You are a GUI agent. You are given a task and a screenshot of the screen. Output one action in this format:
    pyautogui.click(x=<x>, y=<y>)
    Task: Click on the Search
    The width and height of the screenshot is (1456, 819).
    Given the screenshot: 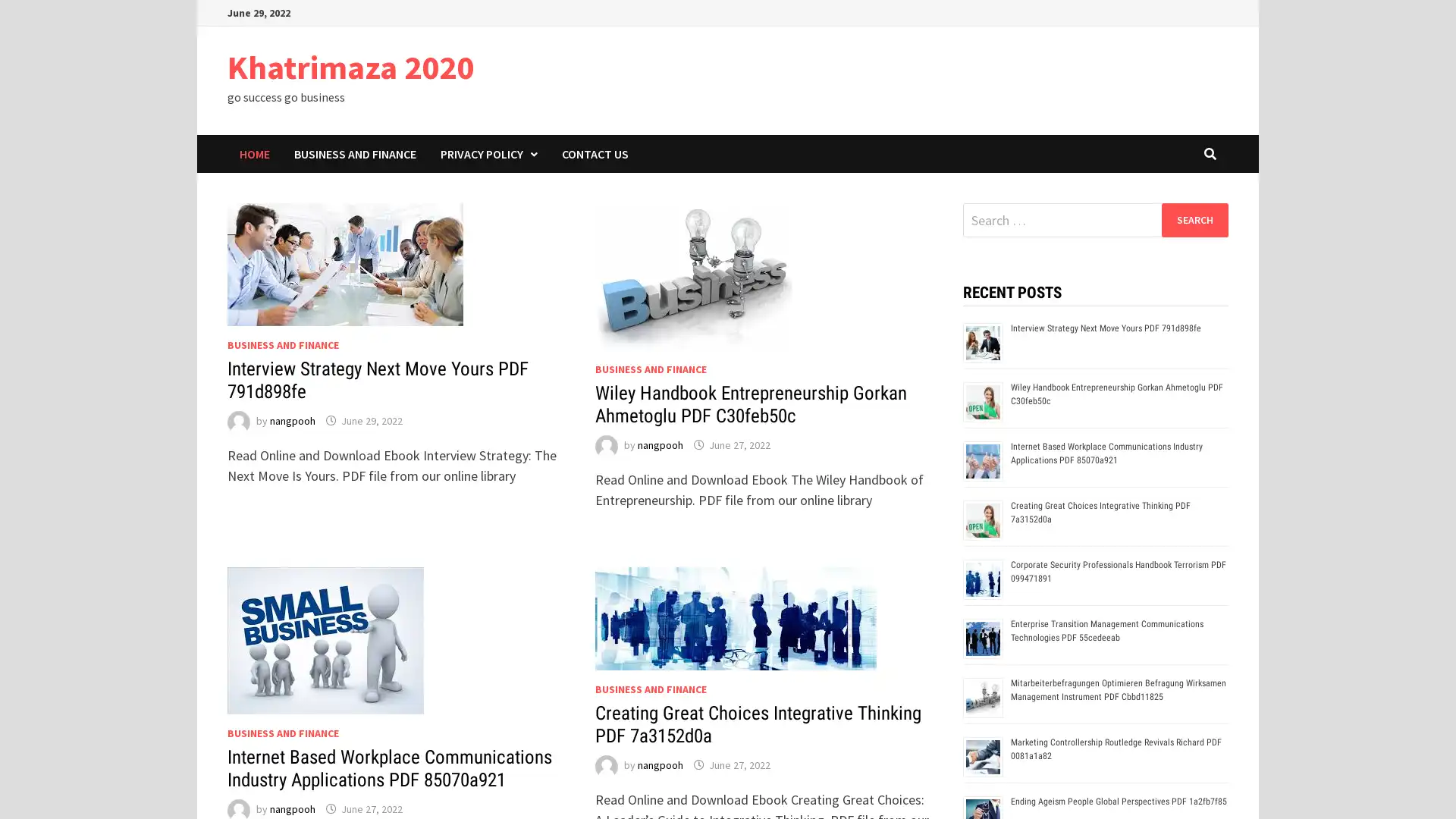 What is the action you would take?
    pyautogui.click(x=1194, y=219)
    